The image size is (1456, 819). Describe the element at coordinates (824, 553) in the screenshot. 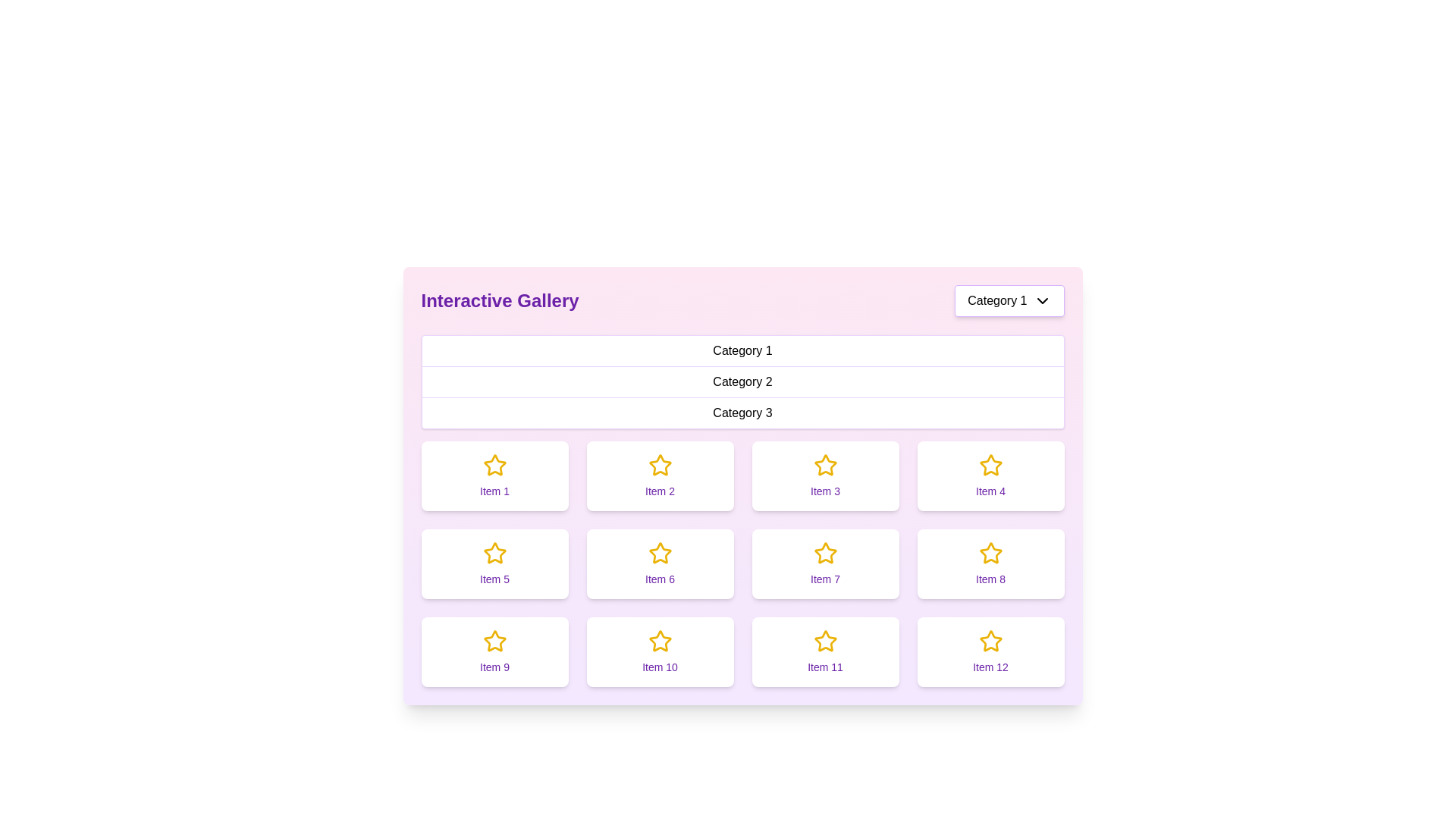

I see `the star icon representing the rating or favorite marker for the card labeled 'Item 7', located in the second row and third column of the grid` at that location.